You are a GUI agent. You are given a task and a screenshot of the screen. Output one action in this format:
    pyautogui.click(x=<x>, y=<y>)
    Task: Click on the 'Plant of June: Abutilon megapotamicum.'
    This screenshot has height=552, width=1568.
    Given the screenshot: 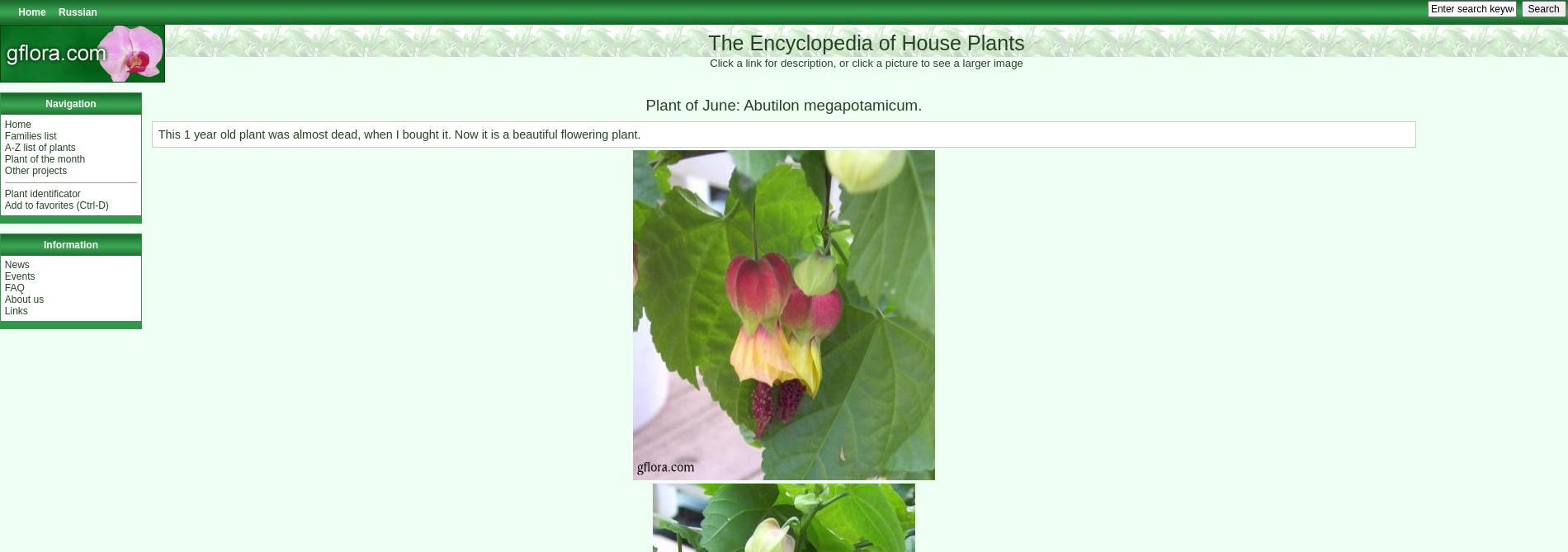 What is the action you would take?
    pyautogui.click(x=782, y=104)
    